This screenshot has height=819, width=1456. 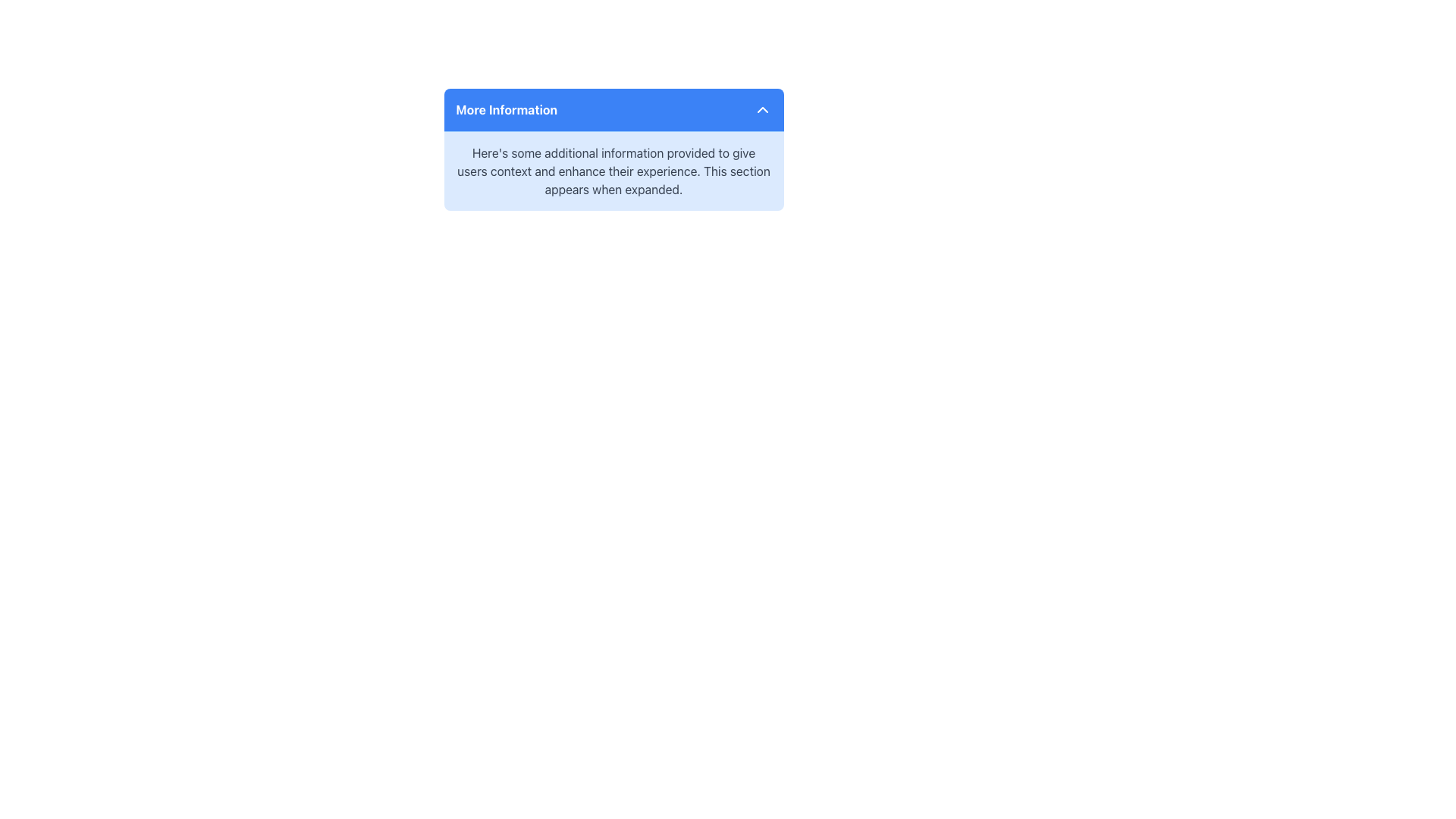 I want to click on keyboard navigation, so click(x=613, y=109).